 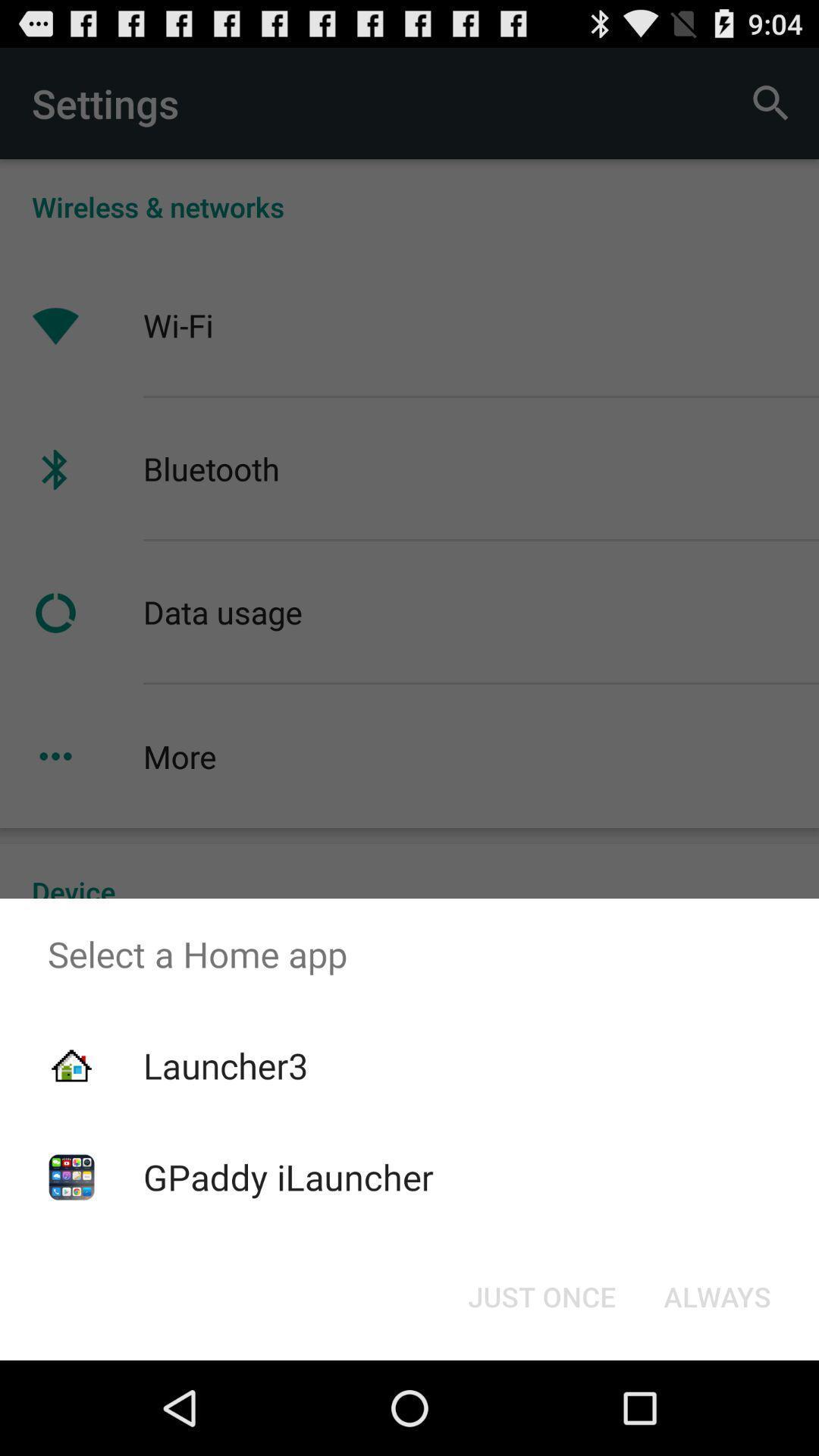 What do you see at coordinates (541, 1295) in the screenshot?
I see `the icon to the left of the always item` at bounding box center [541, 1295].